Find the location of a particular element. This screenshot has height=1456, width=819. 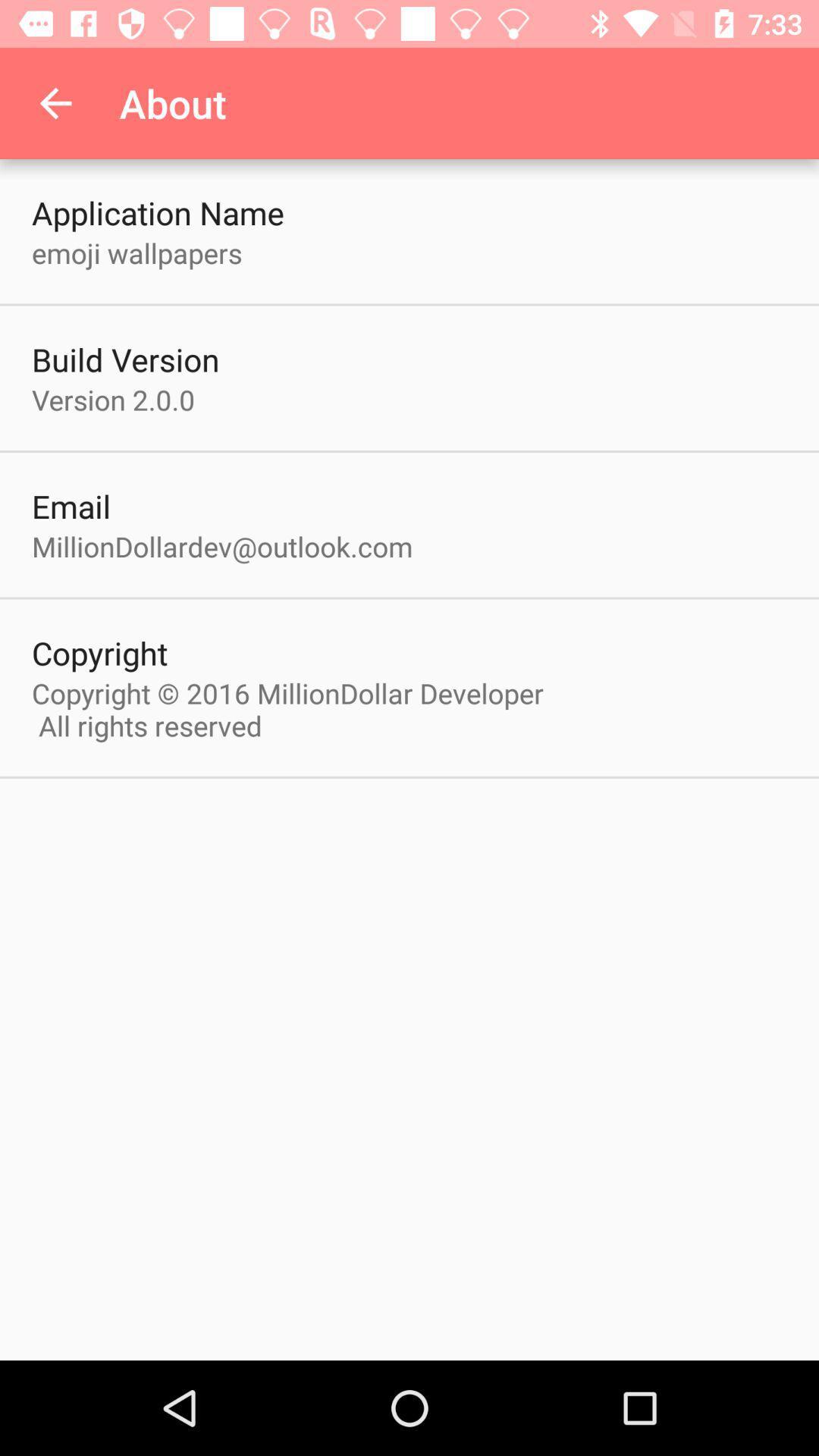

icon above the copyright icon is located at coordinates (222, 546).